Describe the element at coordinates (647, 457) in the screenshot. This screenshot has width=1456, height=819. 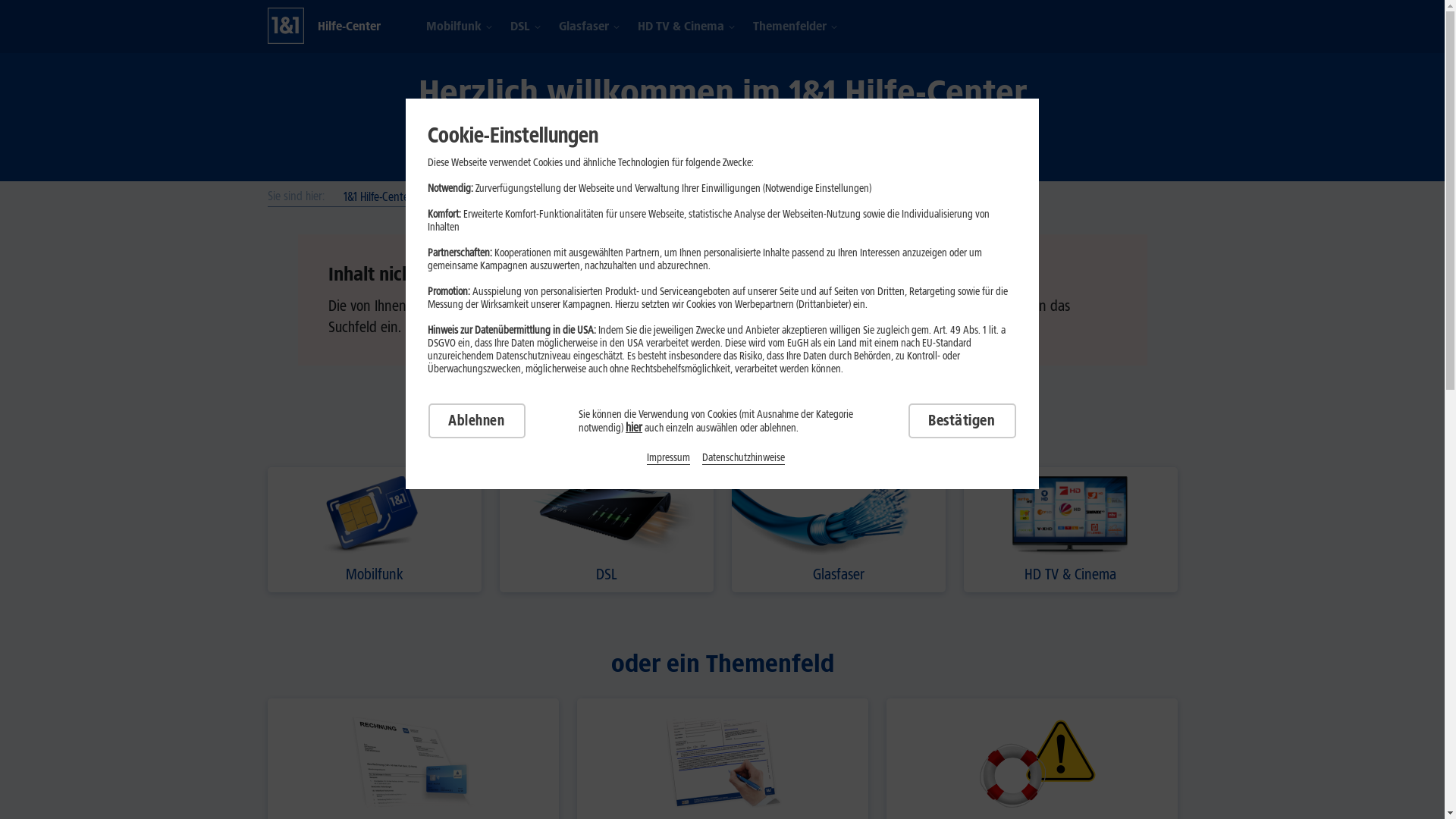
I see `'Impressum'` at that location.